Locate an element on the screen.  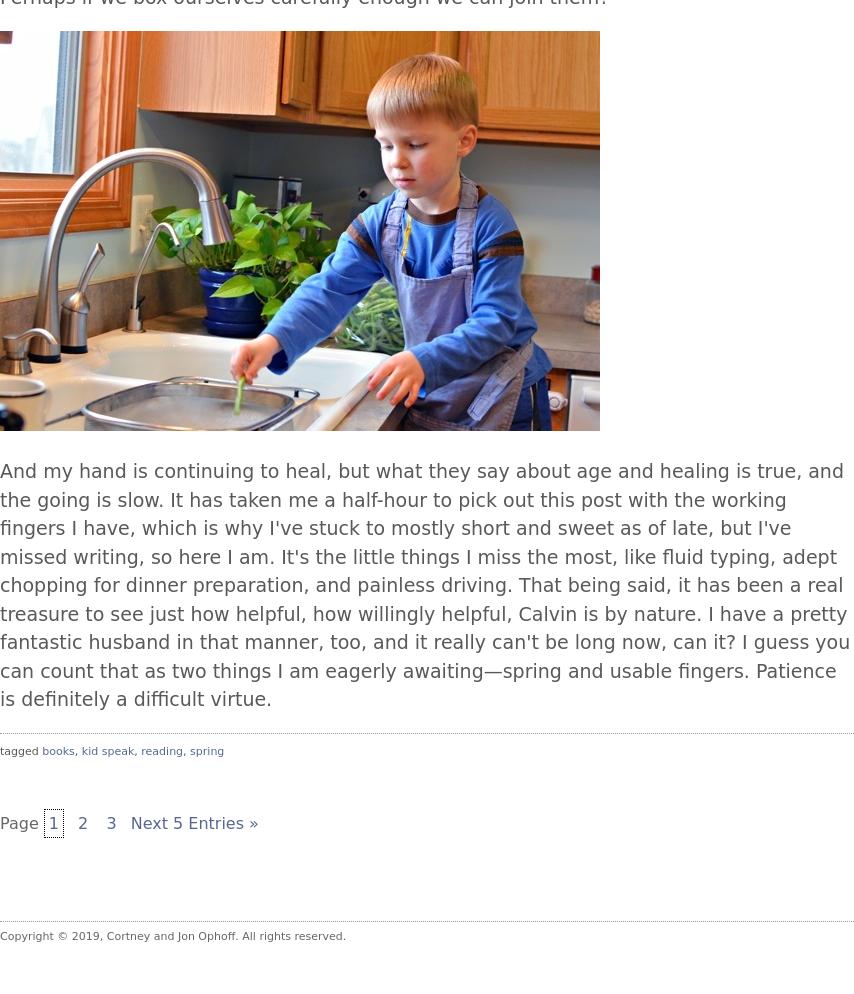
'3' is located at coordinates (111, 822).